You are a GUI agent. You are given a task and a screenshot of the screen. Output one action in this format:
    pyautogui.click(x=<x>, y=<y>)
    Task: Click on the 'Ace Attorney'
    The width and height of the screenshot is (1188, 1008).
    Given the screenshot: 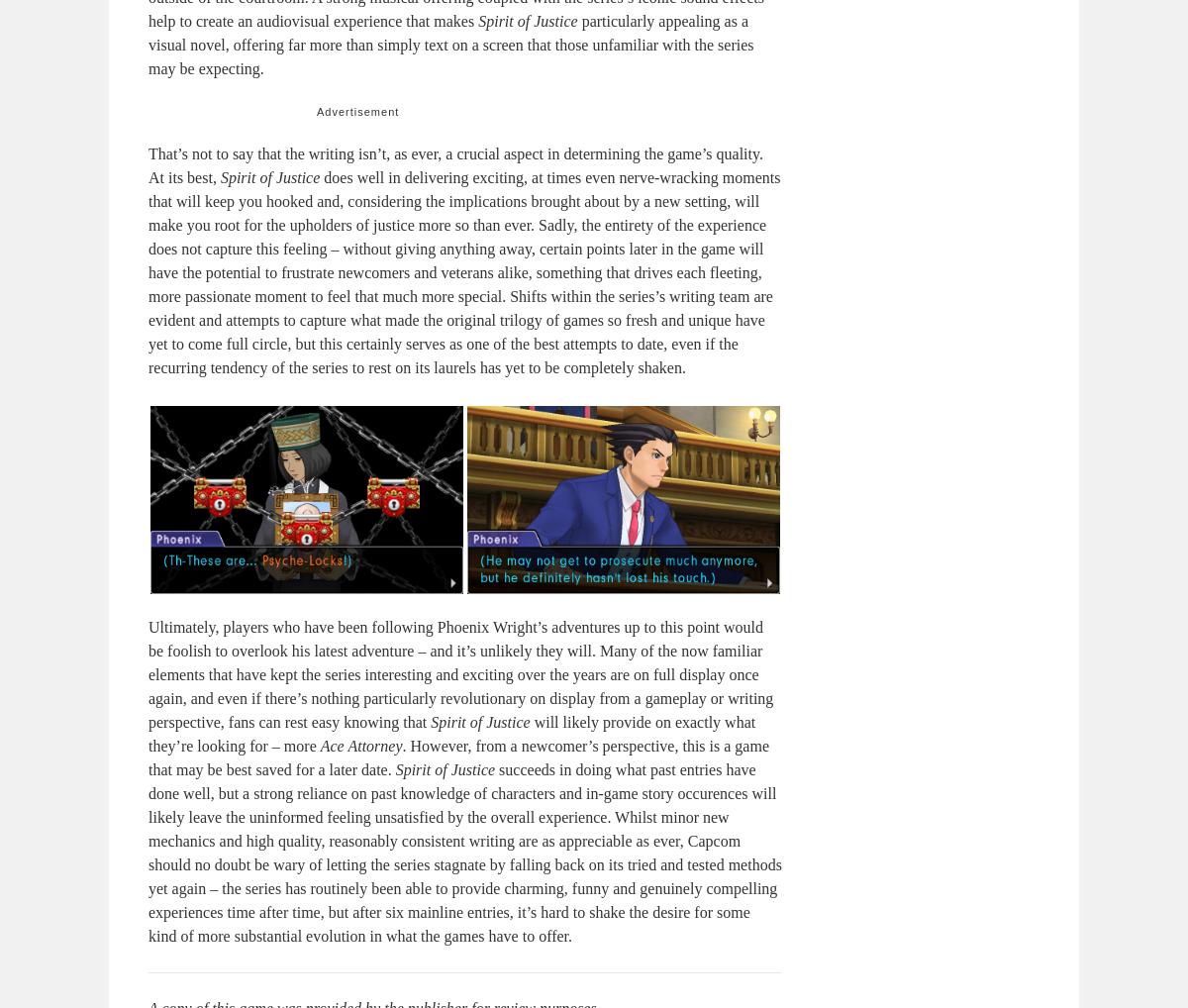 What is the action you would take?
    pyautogui.click(x=360, y=745)
    